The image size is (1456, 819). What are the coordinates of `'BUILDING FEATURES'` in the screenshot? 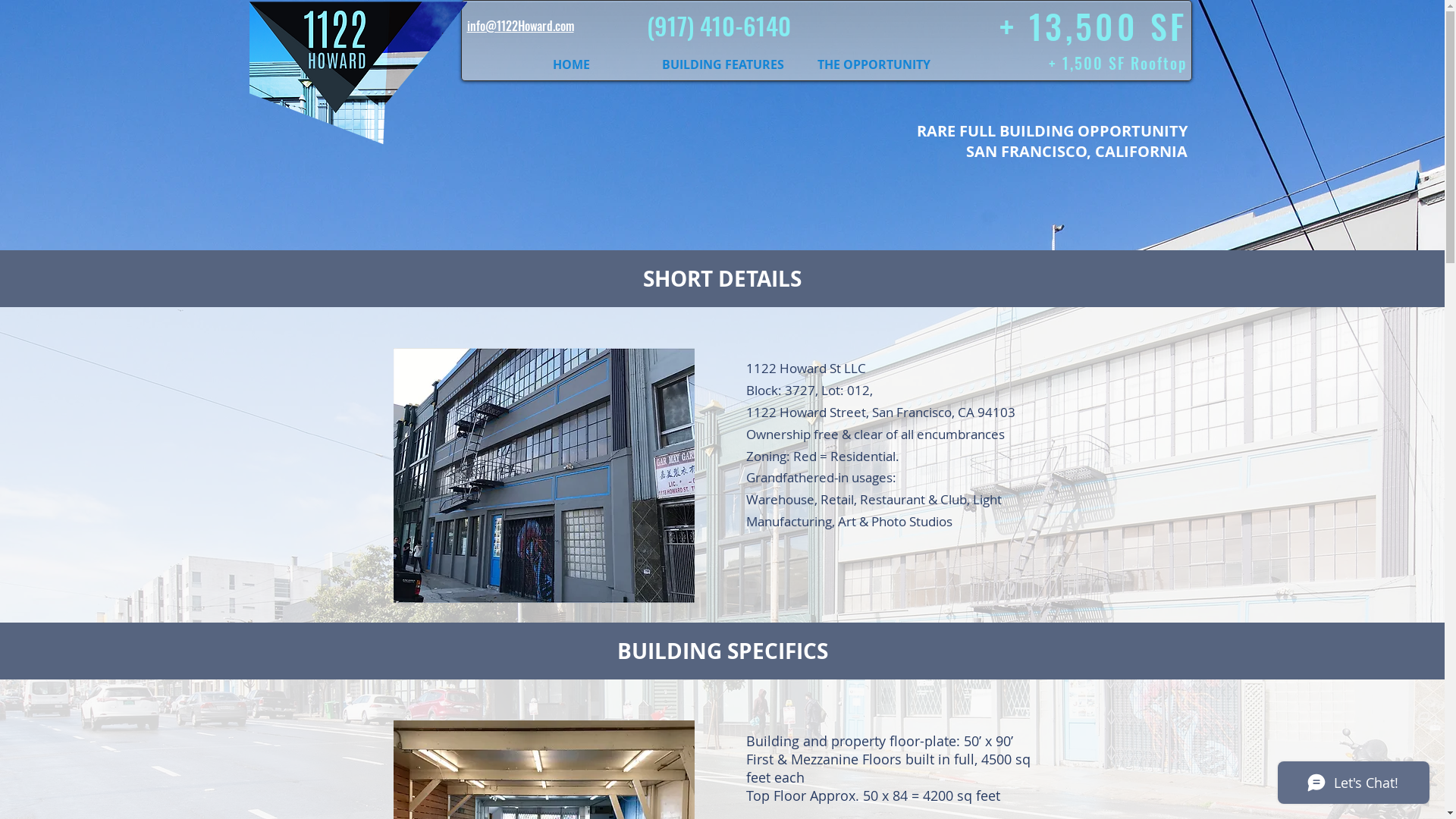 It's located at (722, 63).